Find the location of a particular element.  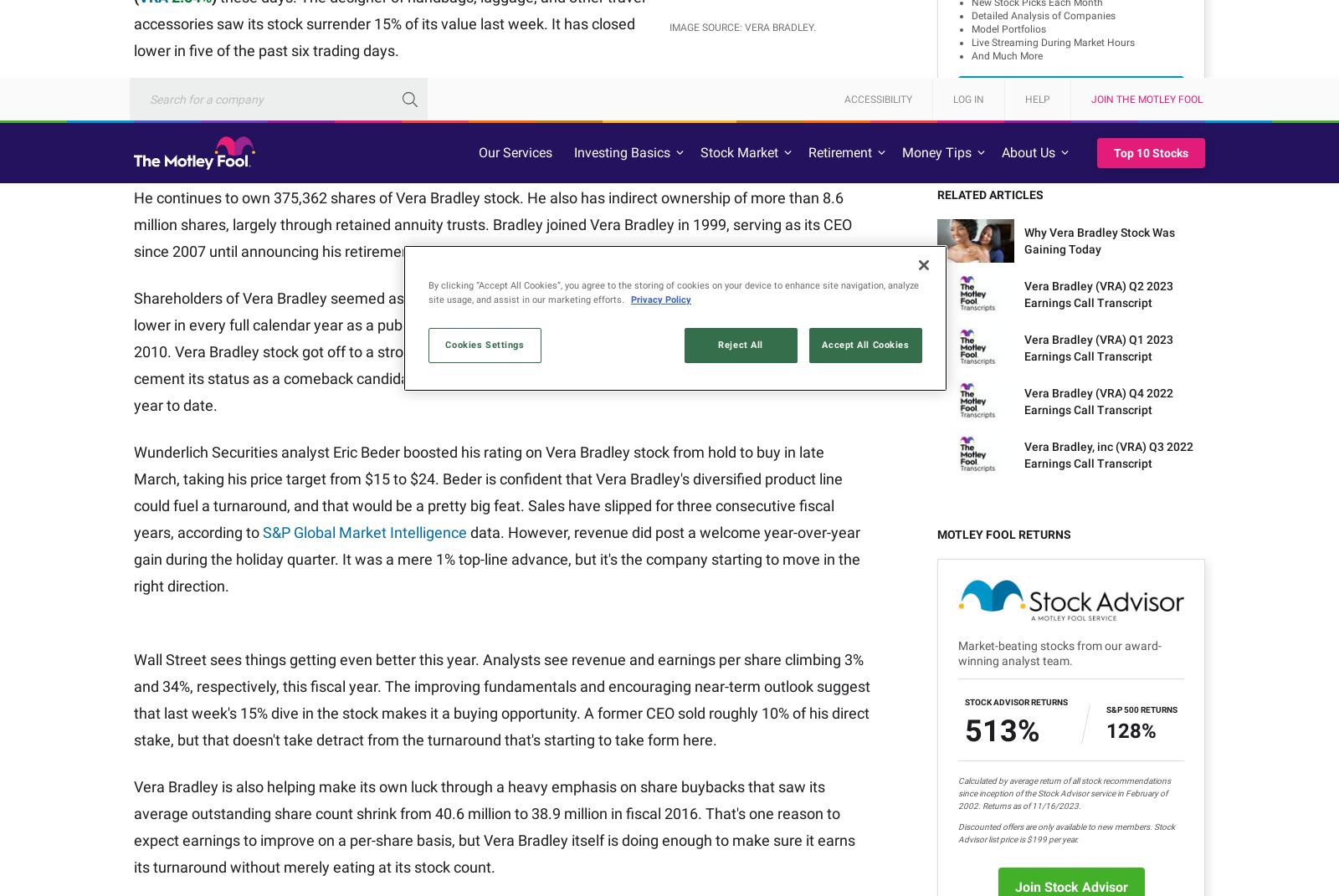

'Motley Fool Wealth Management' is located at coordinates (1104, 612).